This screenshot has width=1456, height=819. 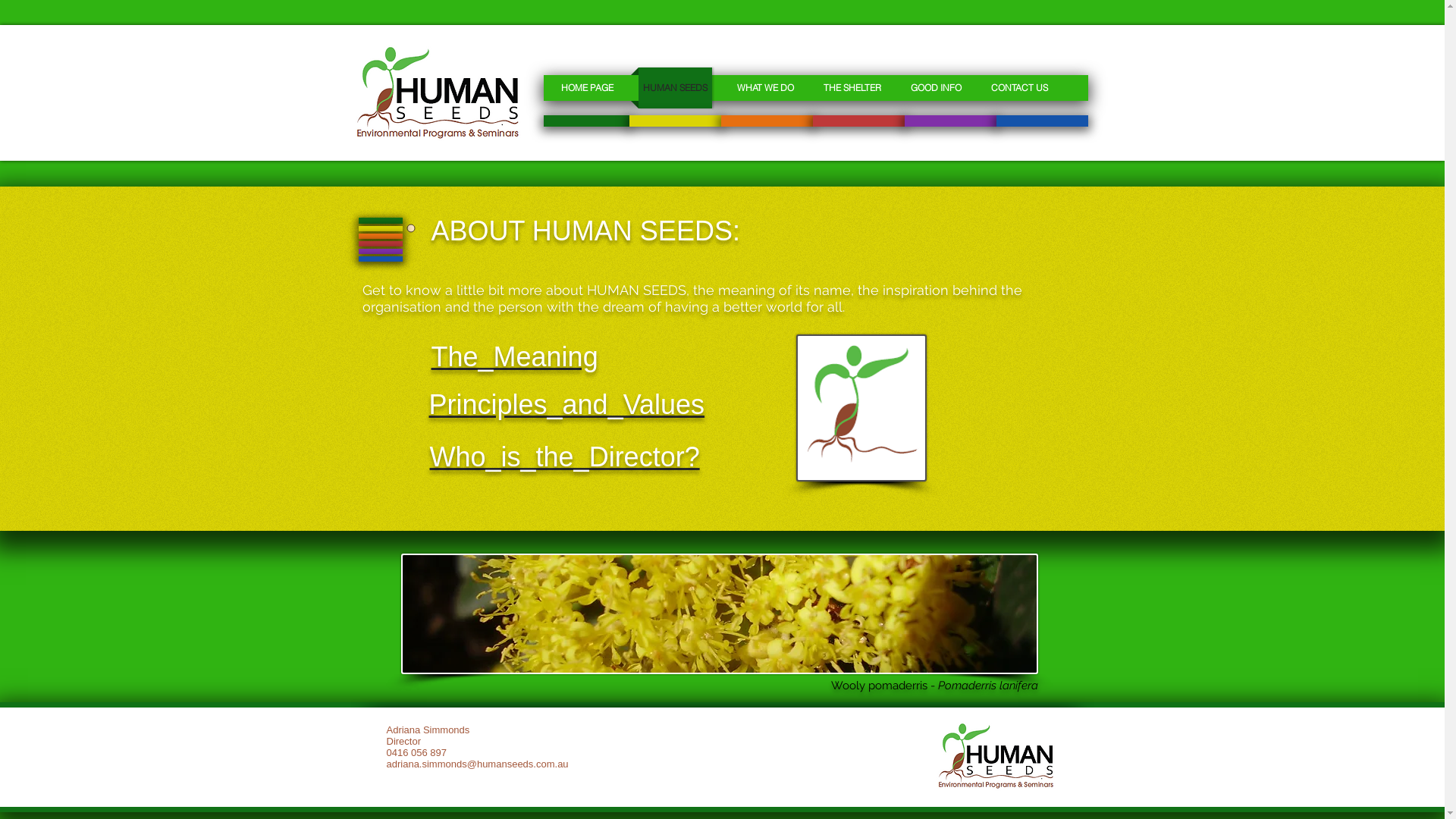 I want to click on 'The_Meaning', so click(x=513, y=356).